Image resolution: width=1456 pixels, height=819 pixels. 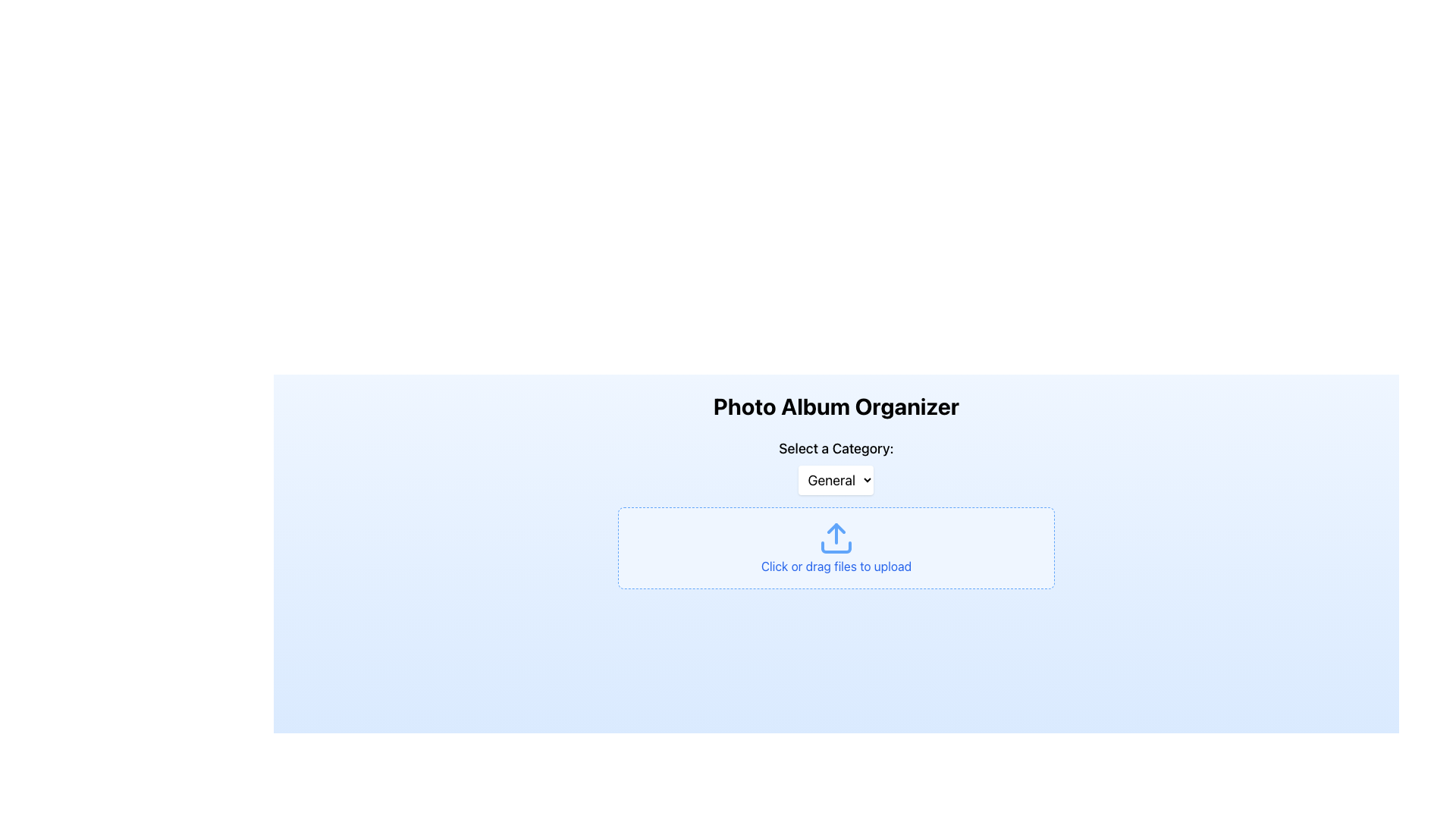 I want to click on files onto the File Upload Area located beneath the 'Select a Category' dropdown menu, so click(x=836, y=548).